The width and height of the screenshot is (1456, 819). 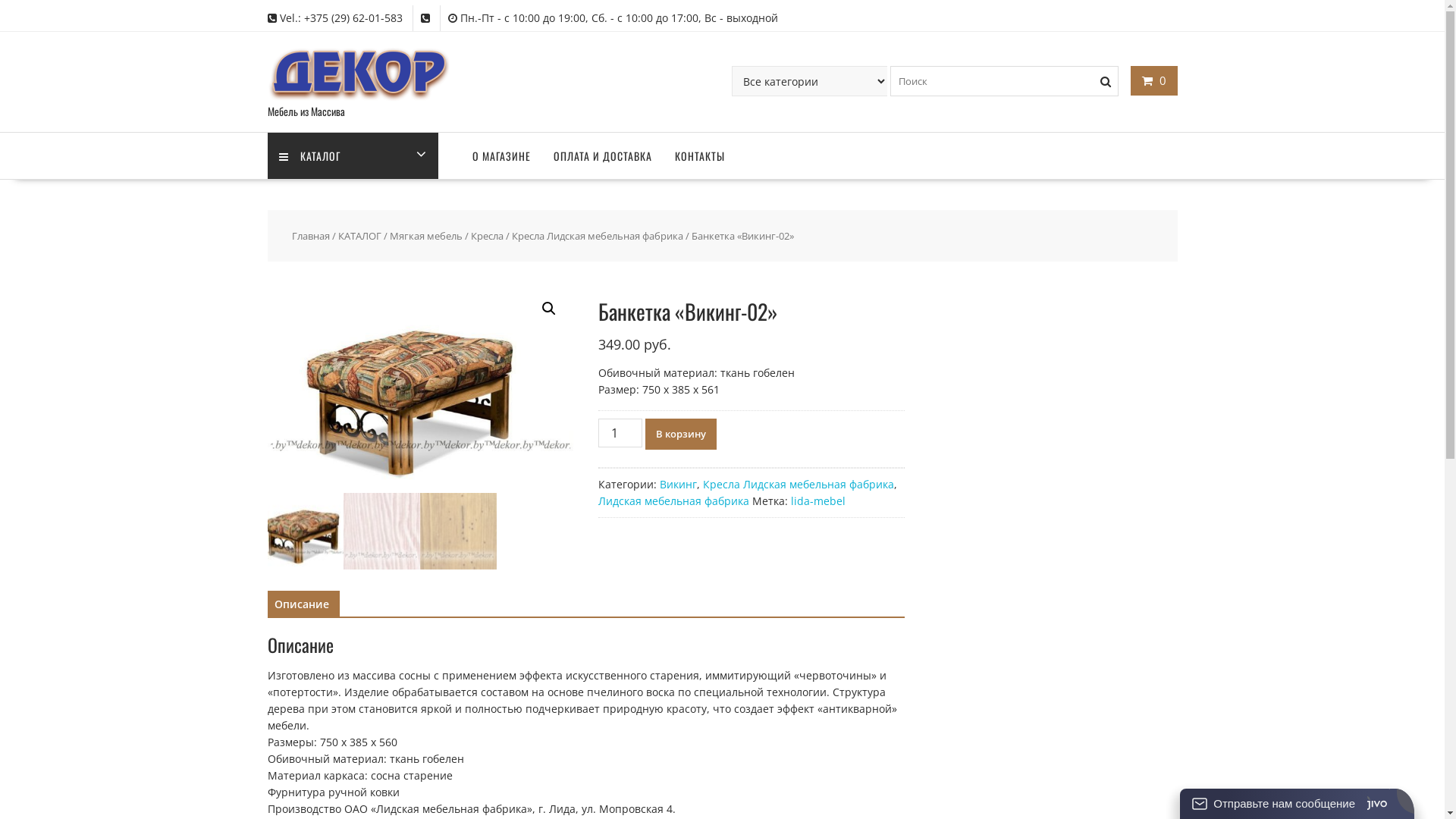 What do you see at coordinates (789, 500) in the screenshot?
I see `'lida-mebel'` at bounding box center [789, 500].